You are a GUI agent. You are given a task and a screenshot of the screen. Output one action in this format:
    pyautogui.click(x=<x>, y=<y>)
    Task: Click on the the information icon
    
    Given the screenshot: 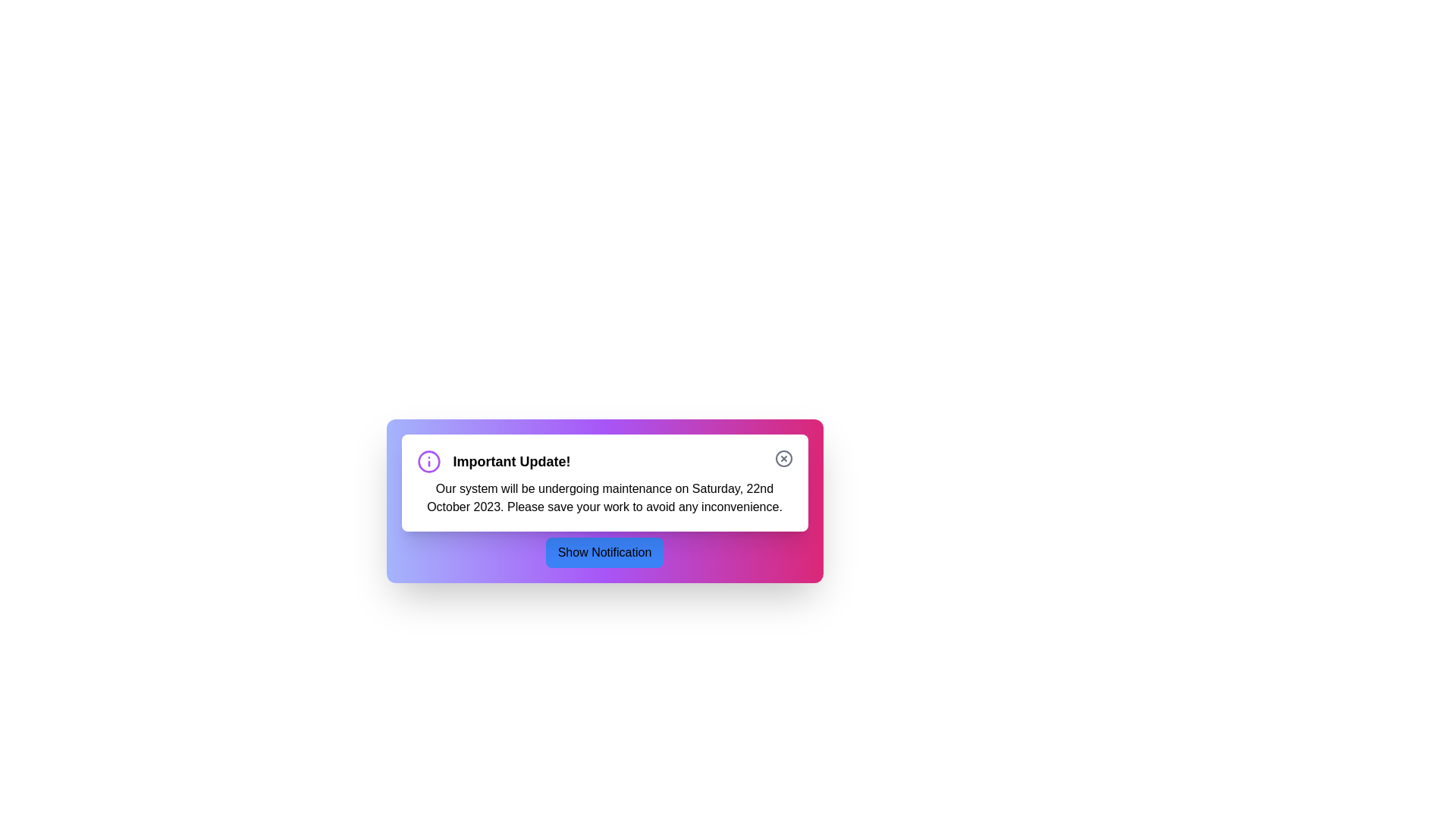 What is the action you would take?
    pyautogui.click(x=428, y=461)
    